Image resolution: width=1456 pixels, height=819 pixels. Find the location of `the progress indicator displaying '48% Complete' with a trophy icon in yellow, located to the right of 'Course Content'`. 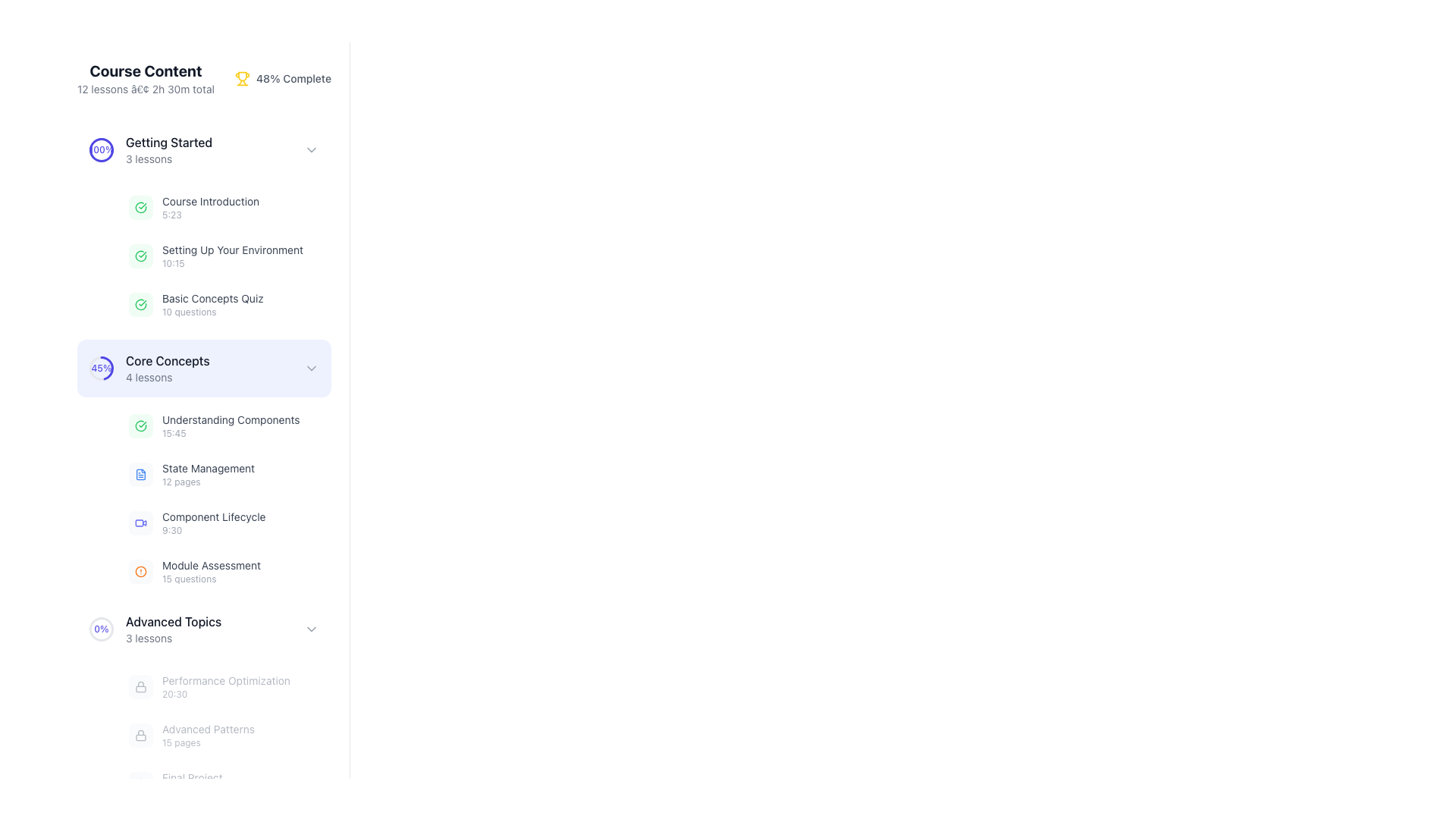

the progress indicator displaying '48% Complete' with a trophy icon in yellow, located to the right of 'Course Content' is located at coordinates (283, 79).